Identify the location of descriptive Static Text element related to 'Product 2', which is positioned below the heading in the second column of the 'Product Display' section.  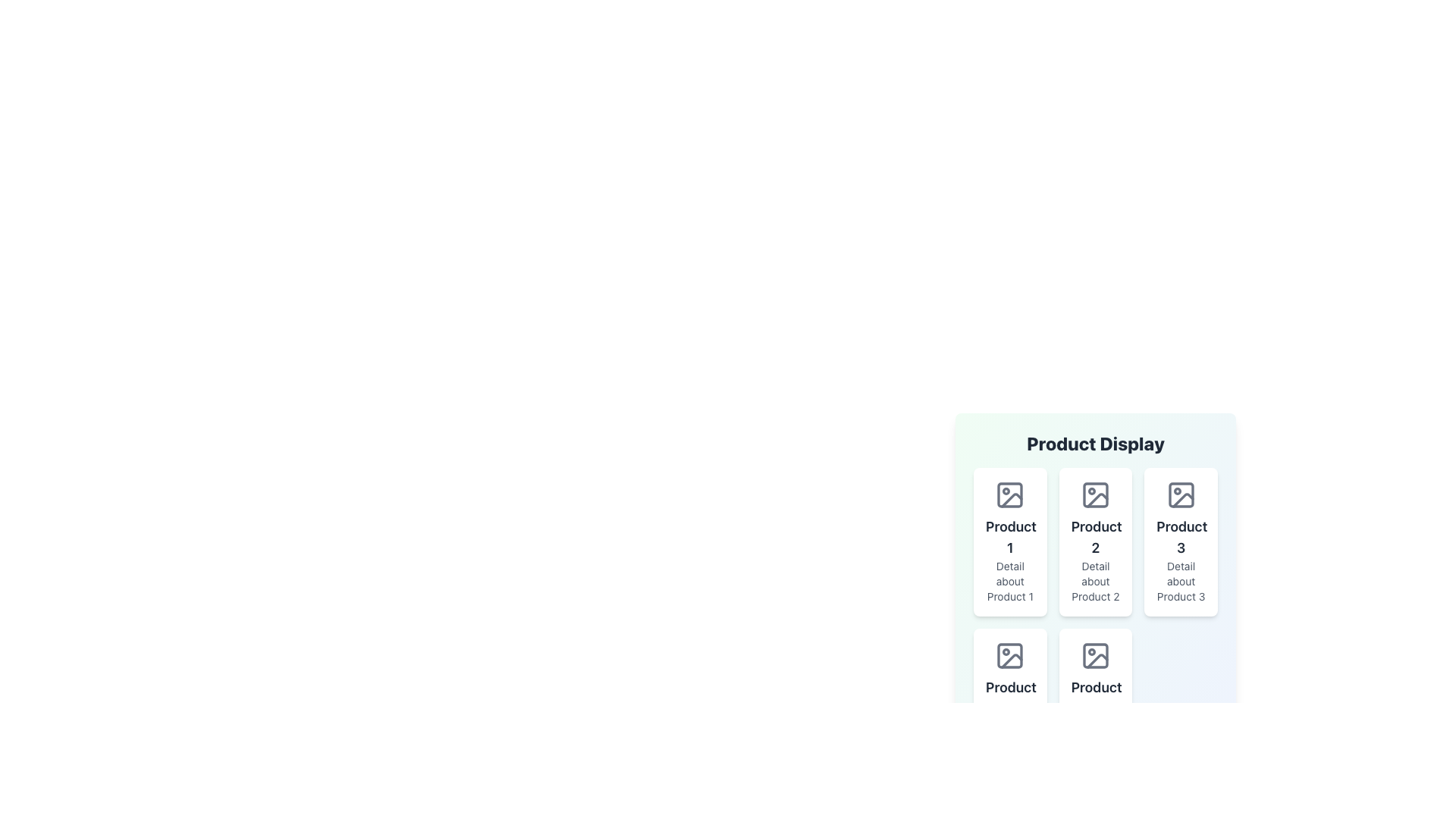
(1095, 581).